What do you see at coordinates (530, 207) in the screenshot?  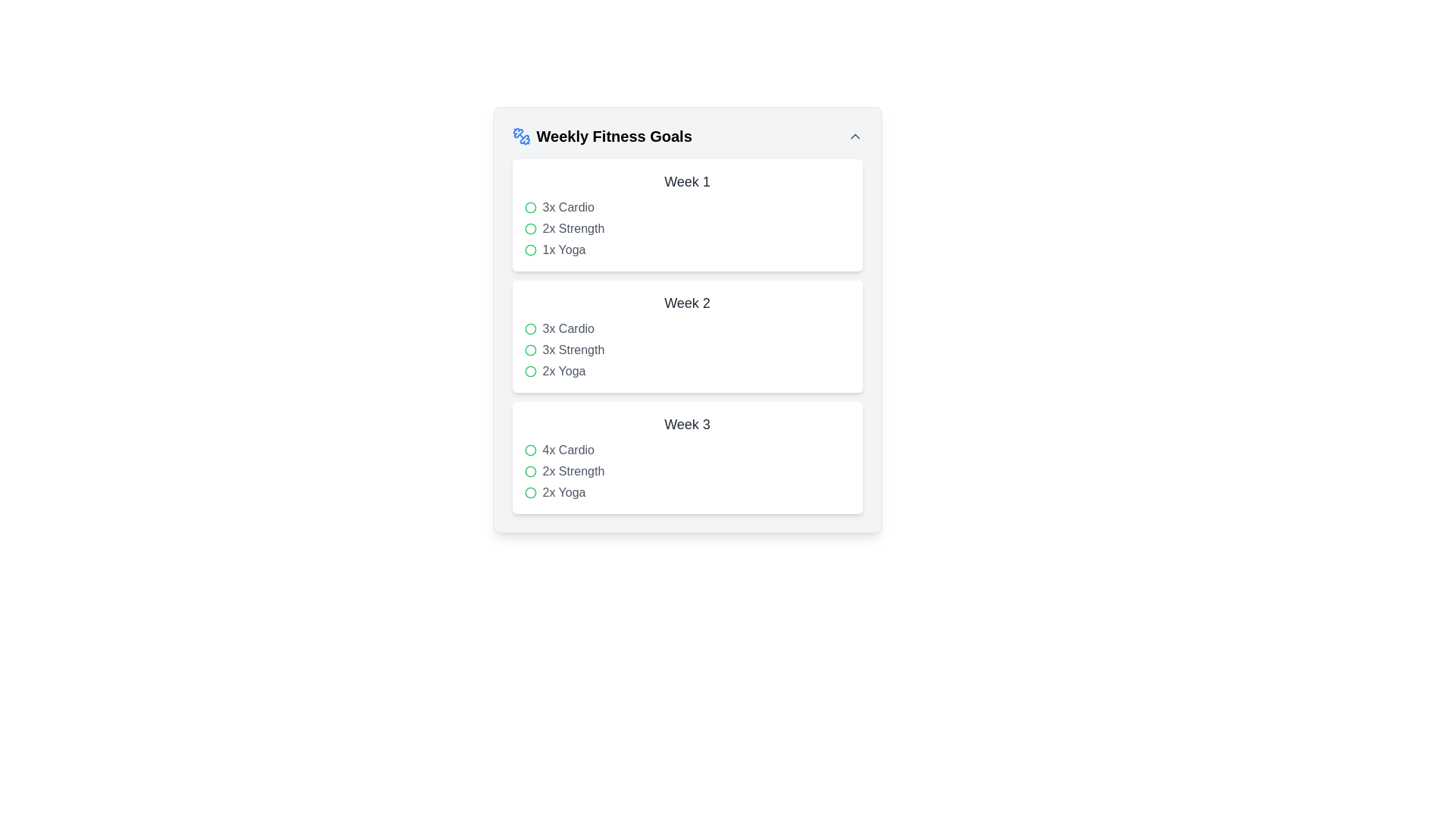 I see `the green circular icon indicating completion located next to the text '3x Cardio' in the 'Week 1' section` at bounding box center [530, 207].